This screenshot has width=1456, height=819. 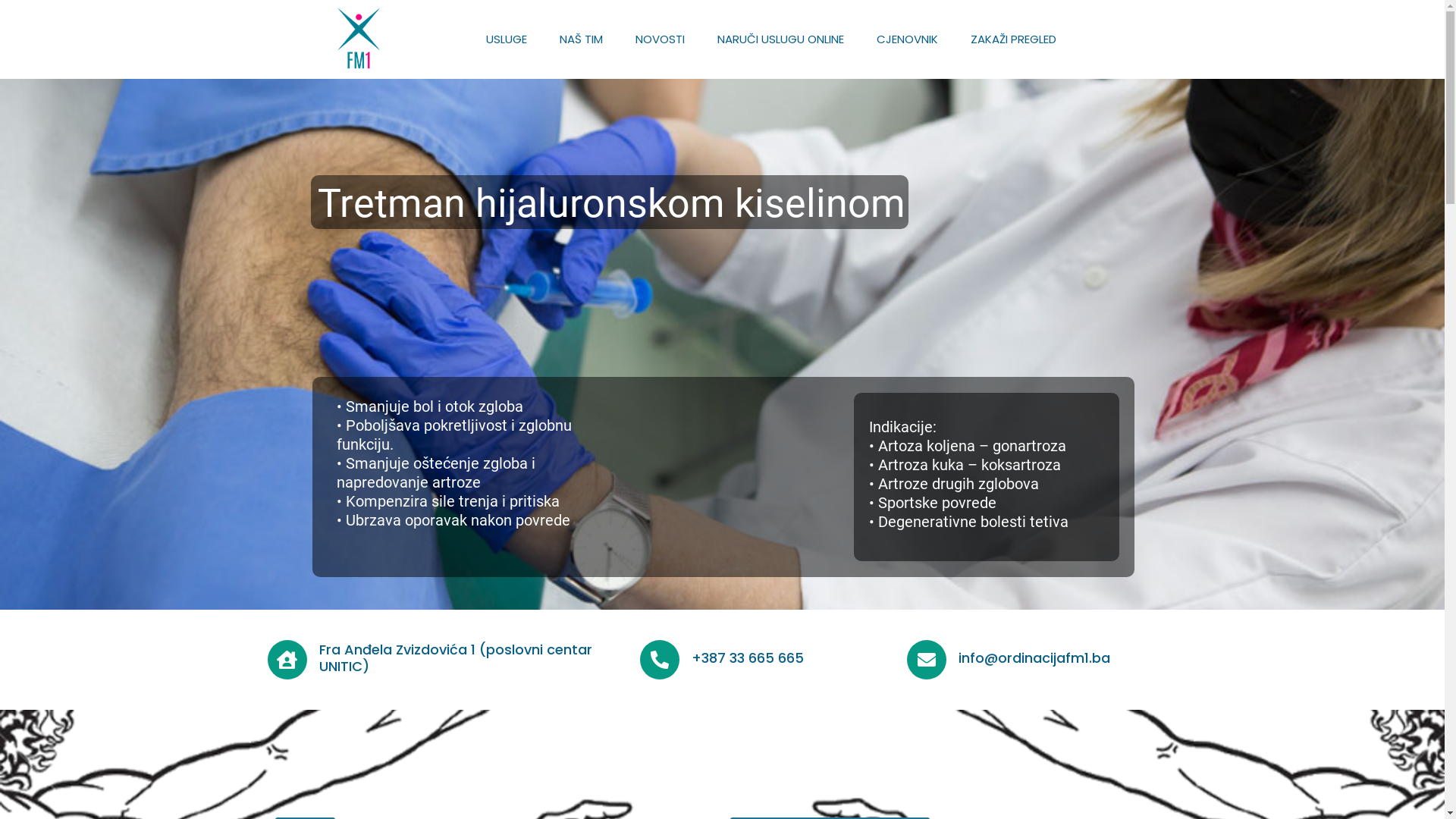 I want to click on 'CJENOVNIK', so click(x=907, y=38).